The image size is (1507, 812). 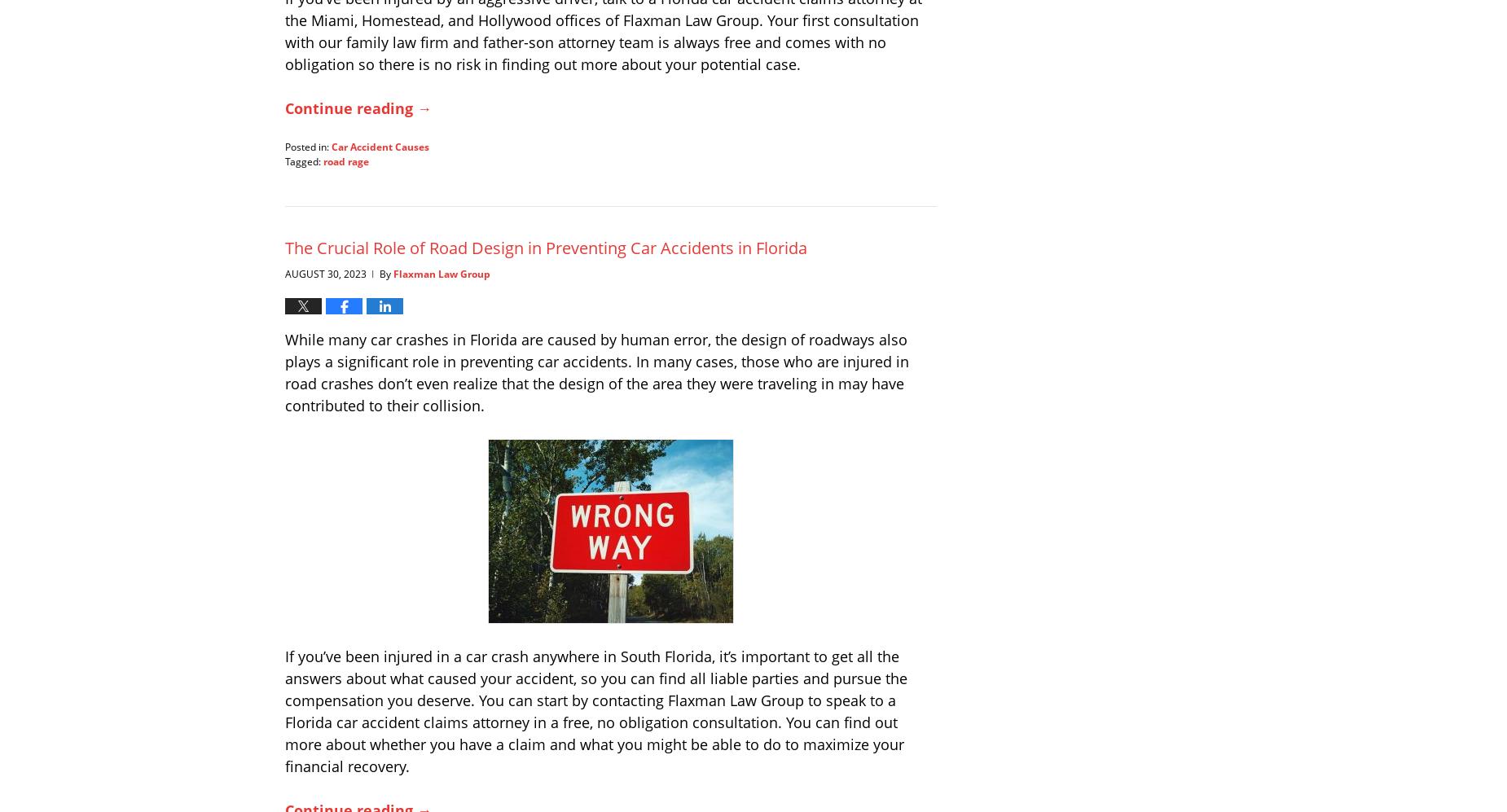 What do you see at coordinates (596, 371) in the screenshot?
I see `'While many car crashes in Florida are caused by human error, the design of roadways also plays a significant role in preventing car accidents. In many cases, those who are injured in road crashes don’t even realize that the design of the area they were traveling in may have contributed to their collision.'` at bounding box center [596, 371].